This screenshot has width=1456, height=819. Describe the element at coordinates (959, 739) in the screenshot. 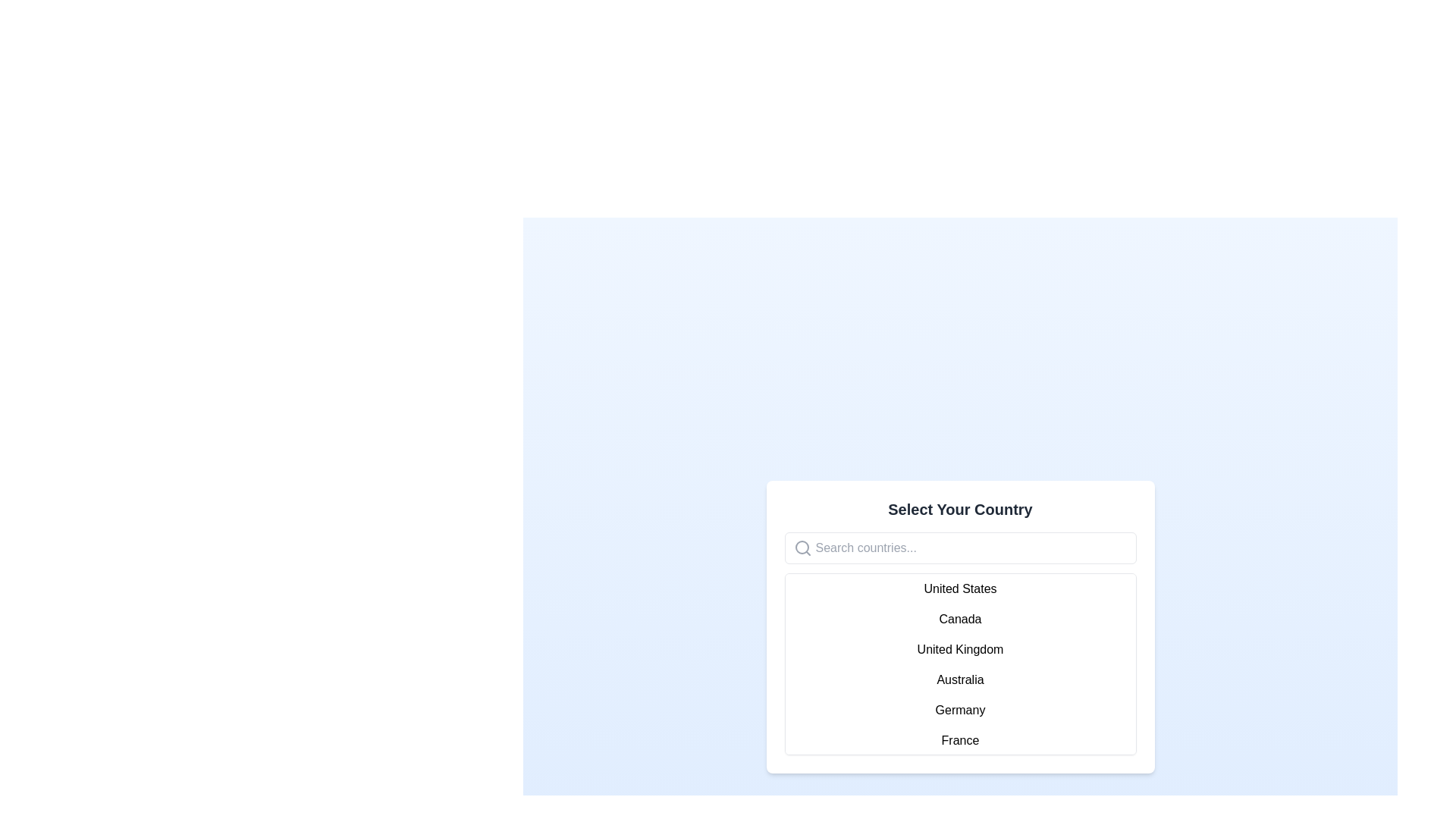

I see `the list item representing the country 'France'` at that location.